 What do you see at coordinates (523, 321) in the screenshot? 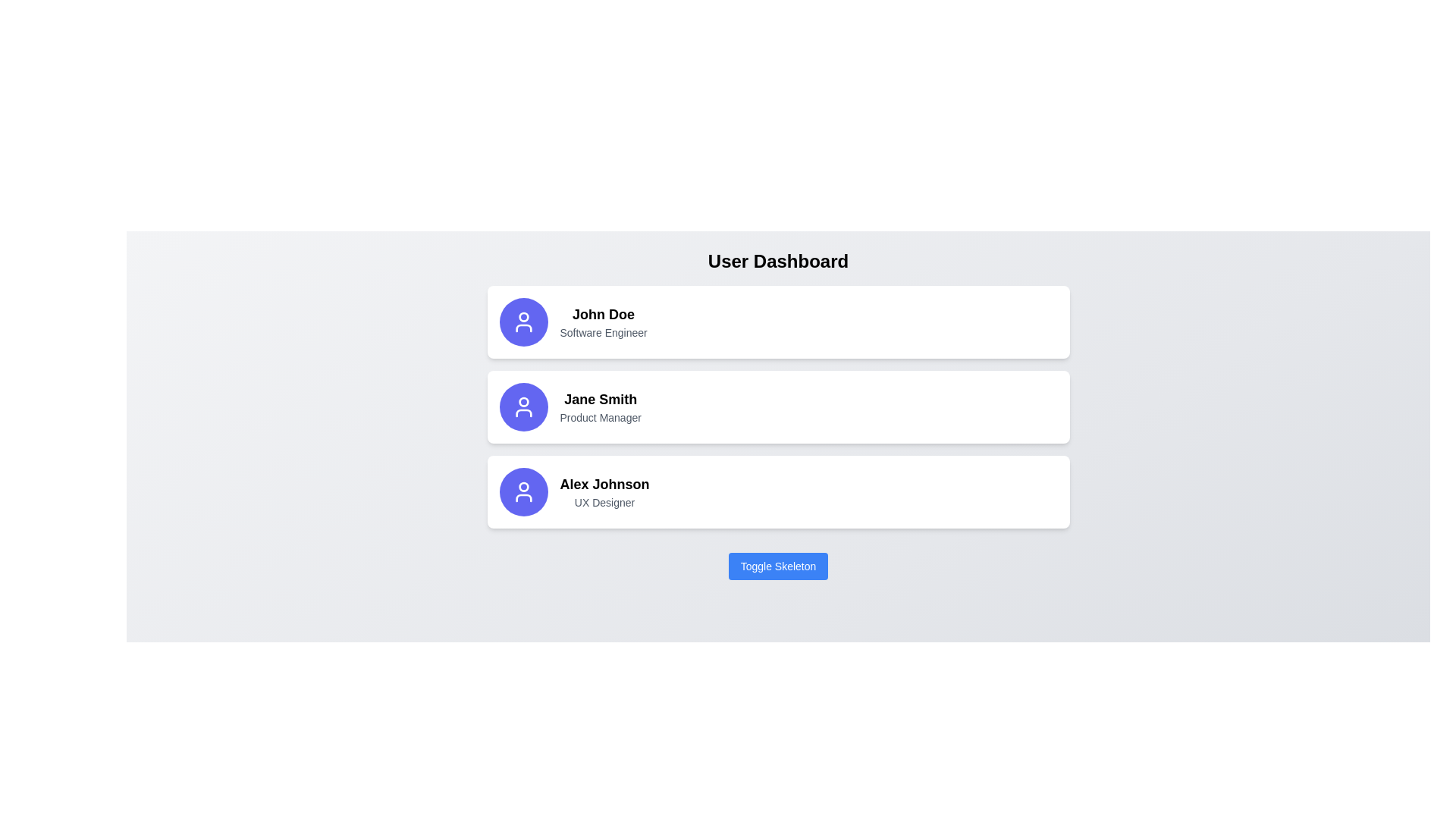
I see `the user profile SVG icon, which is styled with a white color and a vivid purple circular background, located to the left of 'John Doe's' name in the user list` at bounding box center [523, 321].